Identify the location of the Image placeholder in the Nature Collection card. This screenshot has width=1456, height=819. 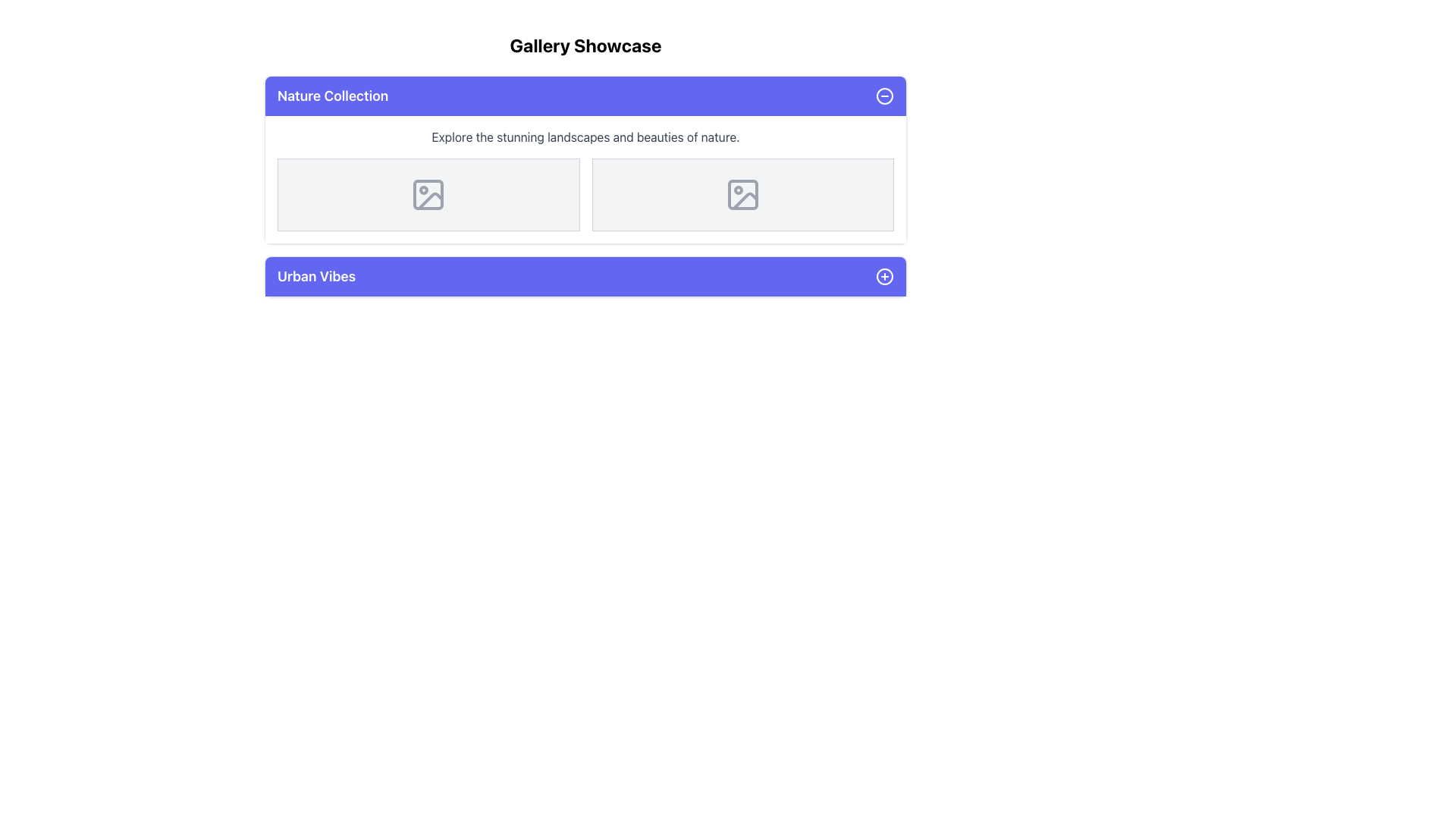
(742, 194).